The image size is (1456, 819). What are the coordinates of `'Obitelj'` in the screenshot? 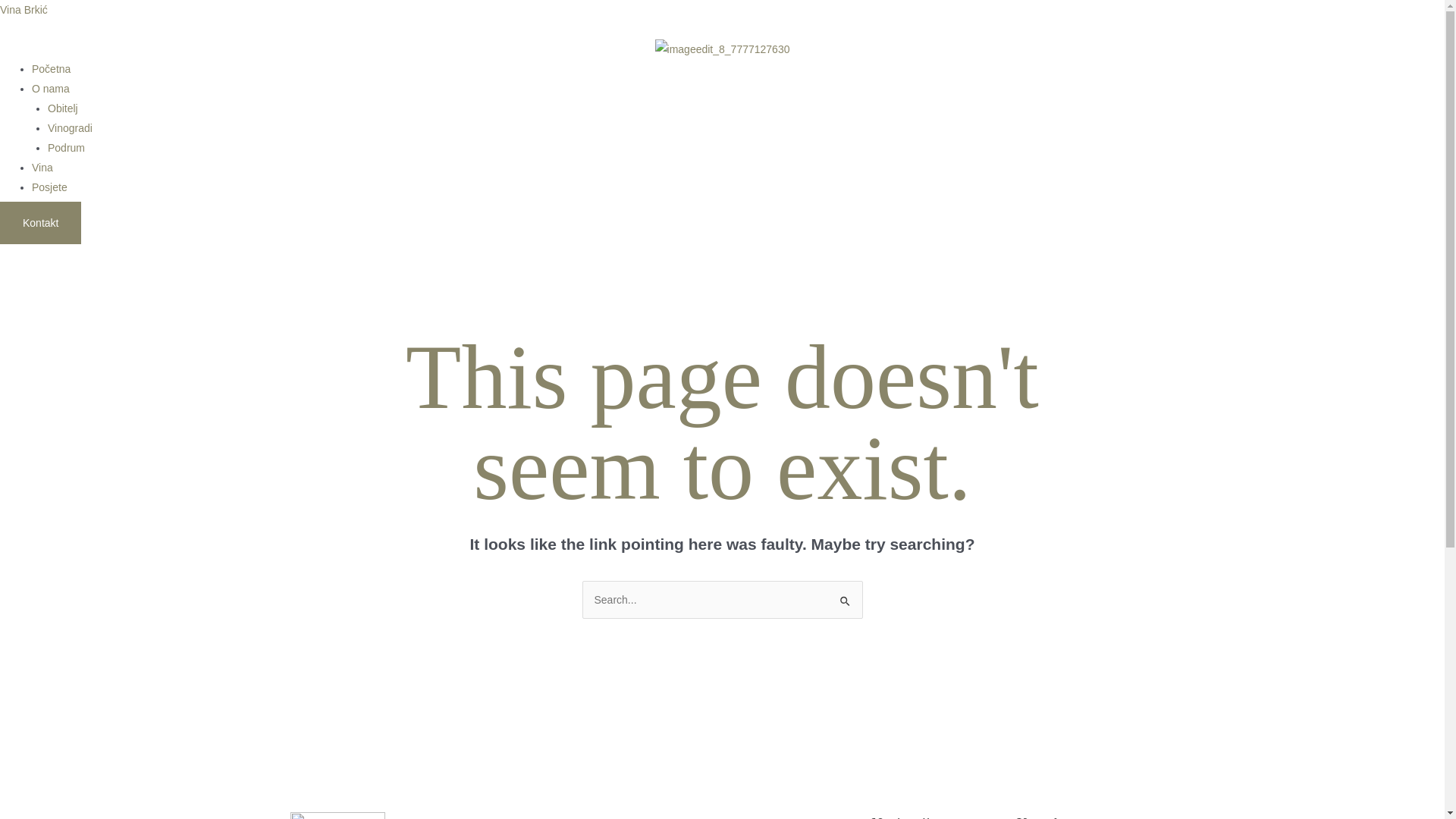 It's located at (61, 107).